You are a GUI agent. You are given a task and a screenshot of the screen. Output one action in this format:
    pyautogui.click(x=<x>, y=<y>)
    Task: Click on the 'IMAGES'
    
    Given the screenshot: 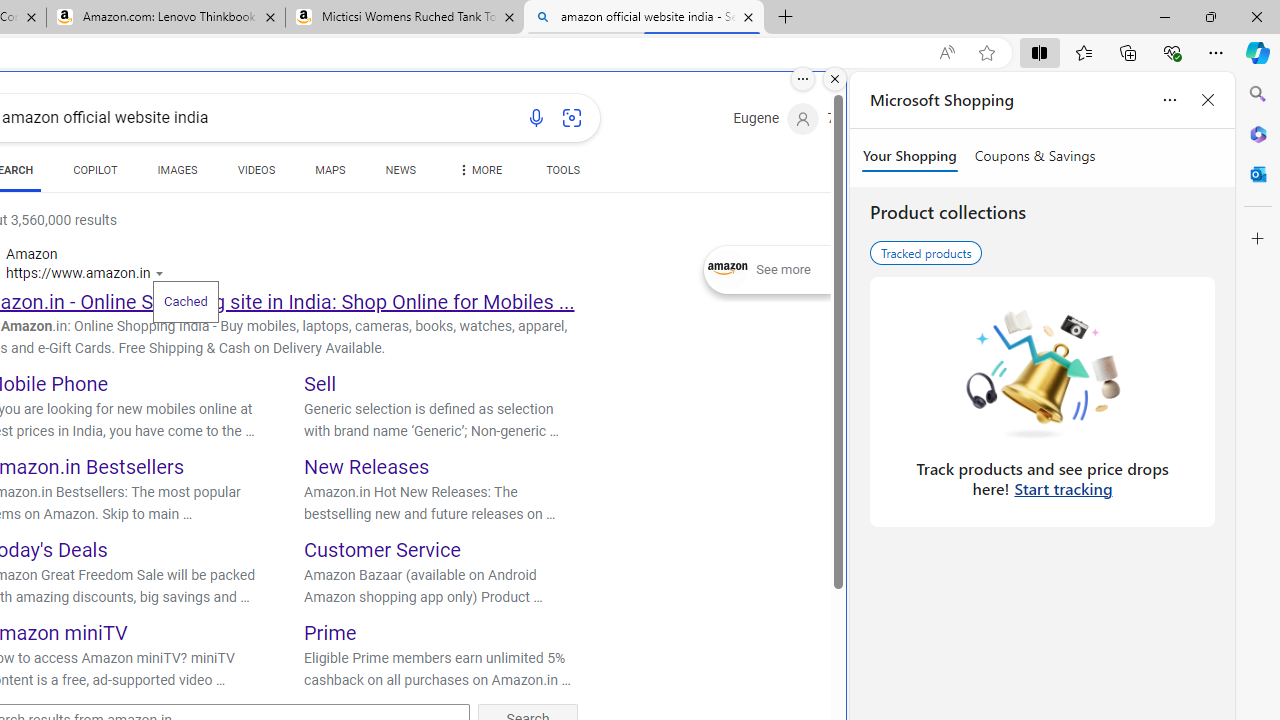 What is the action you would take?
    pyautogui.click(x=177, y=172)
    